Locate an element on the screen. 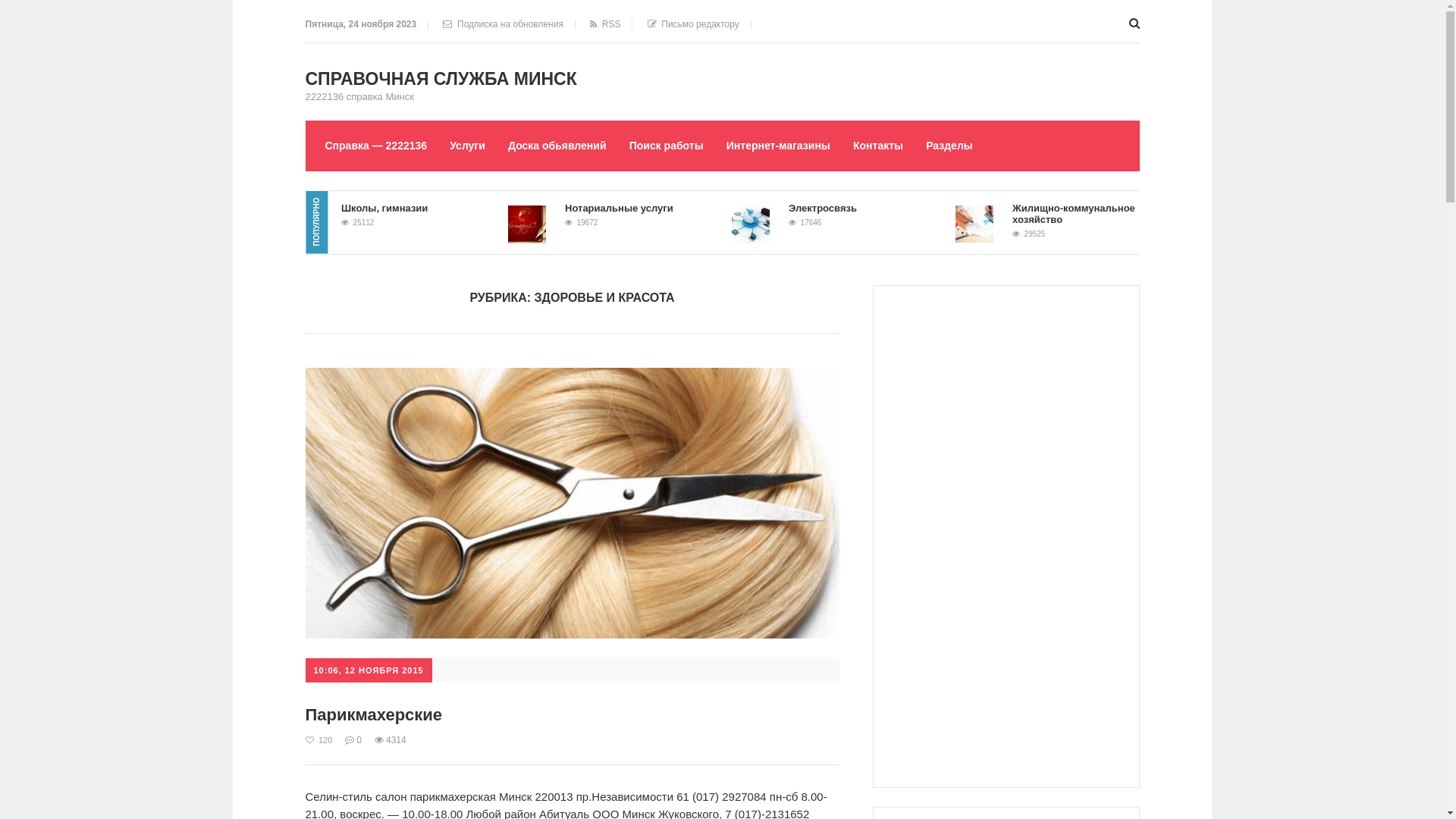 The width and height of the screenshot is (1456, 819). ' RSS' is located at coordinates (588, 24).